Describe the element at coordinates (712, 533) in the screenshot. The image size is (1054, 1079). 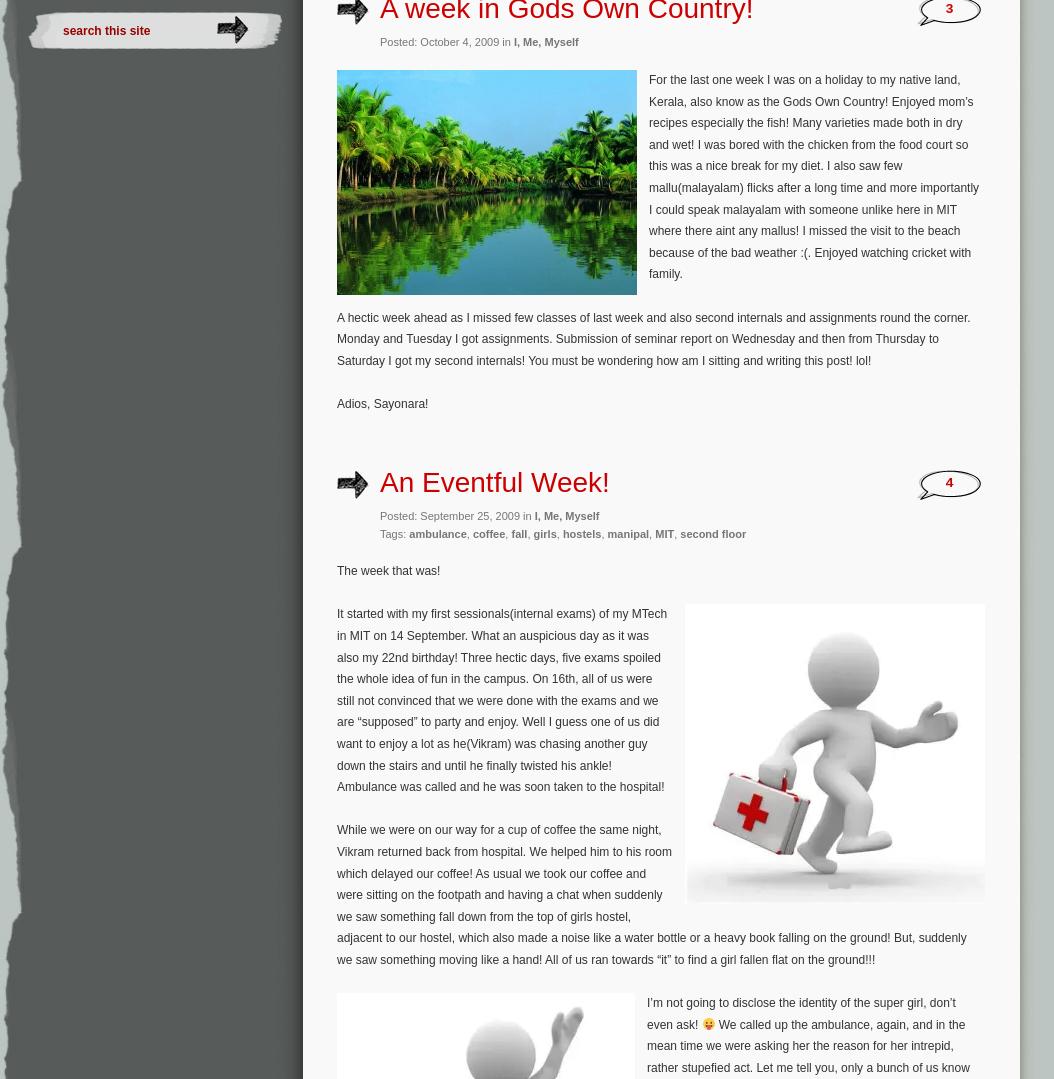
I see `'second floor'` at that location.